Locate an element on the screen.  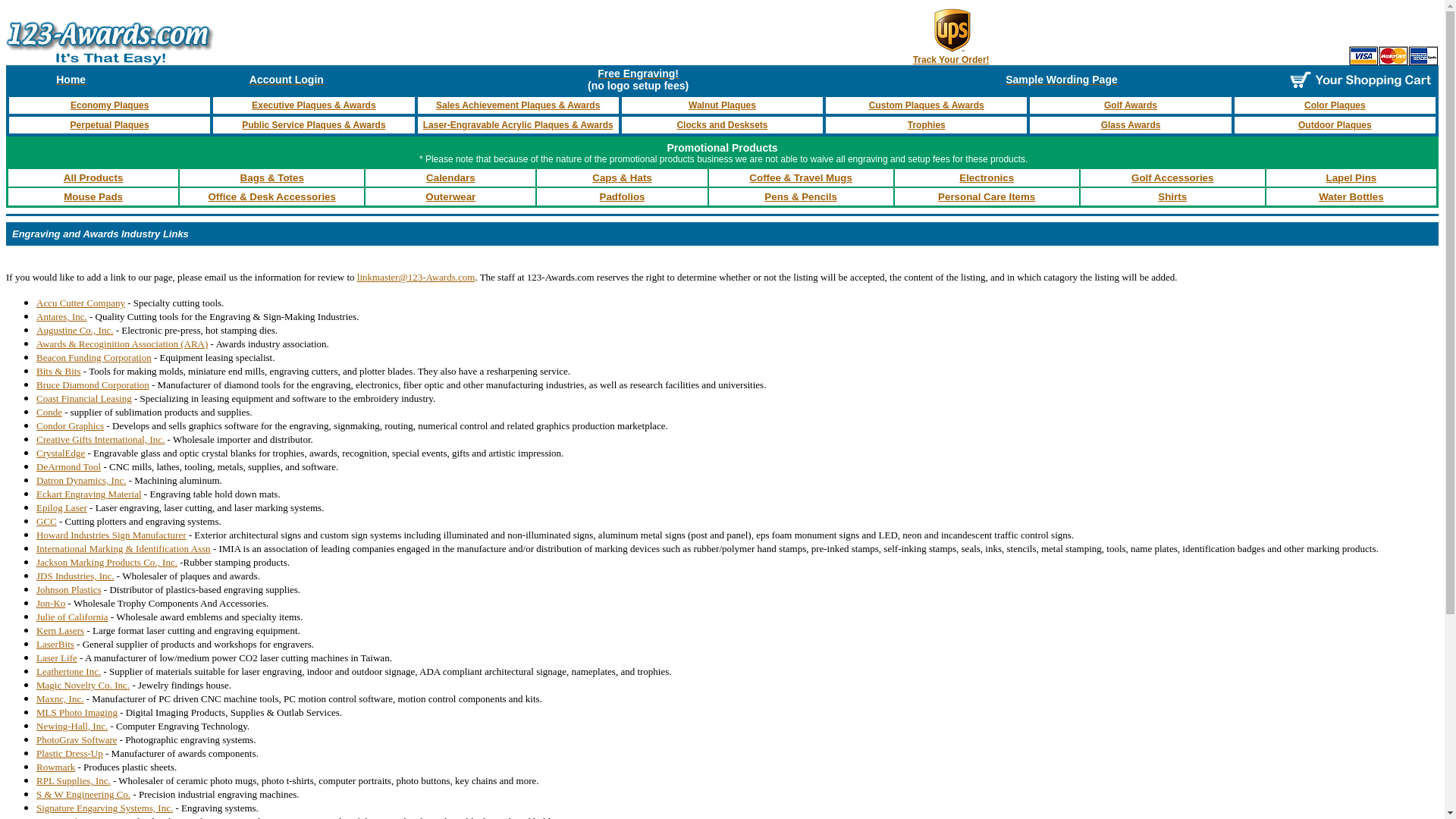
'Julie of California' is located at coordinates (71, 617).